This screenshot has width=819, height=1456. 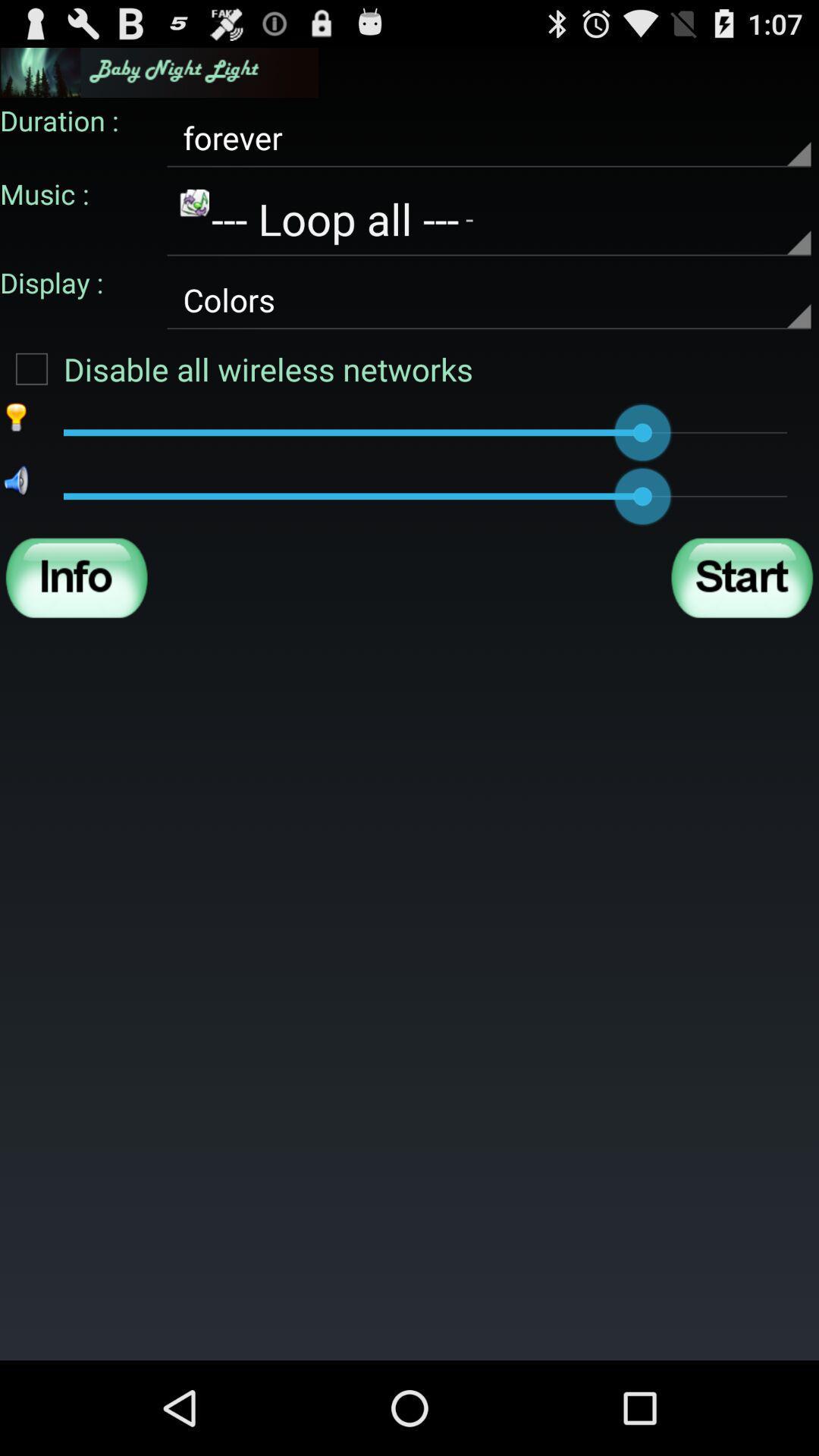 I want to click on information, so click(x=77, y=577).